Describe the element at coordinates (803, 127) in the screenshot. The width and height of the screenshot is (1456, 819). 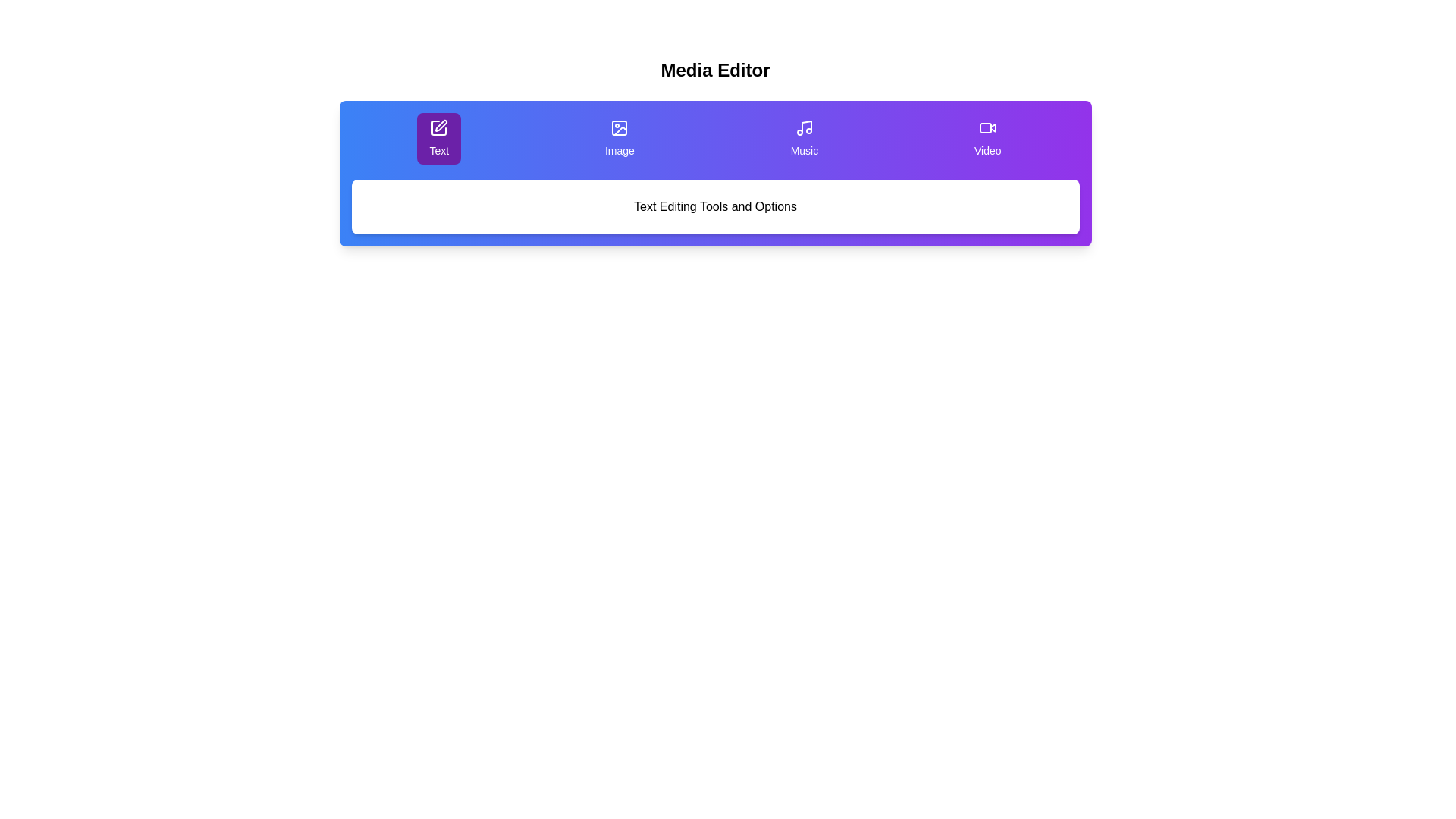
I see `the audio-related icon located in the 'Music' section of the horizontal navigation bar, positioned between the 'Image' and 'Video' sections` at that location.